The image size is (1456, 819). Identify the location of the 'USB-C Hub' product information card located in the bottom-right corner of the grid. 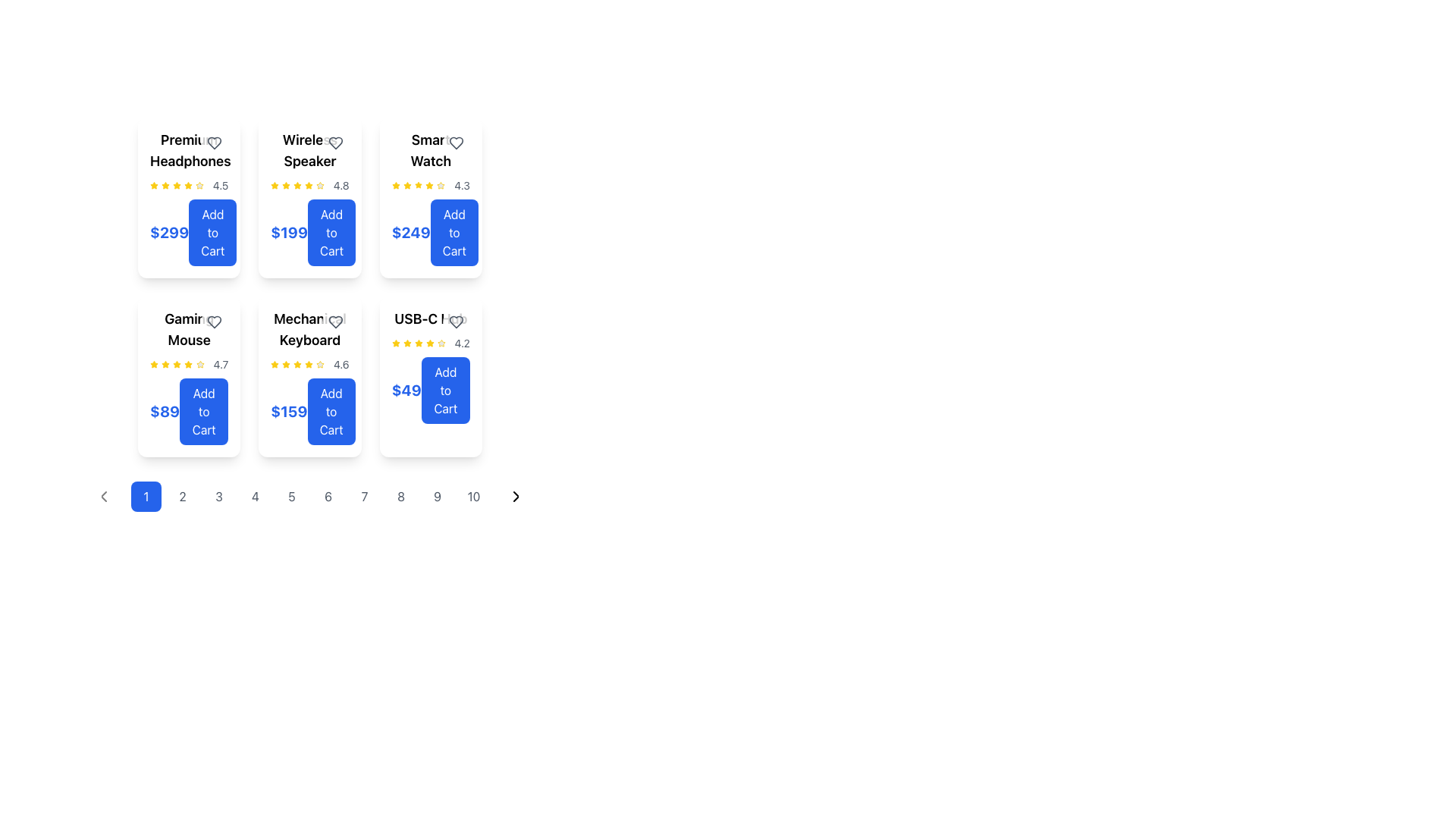
(430, 366).